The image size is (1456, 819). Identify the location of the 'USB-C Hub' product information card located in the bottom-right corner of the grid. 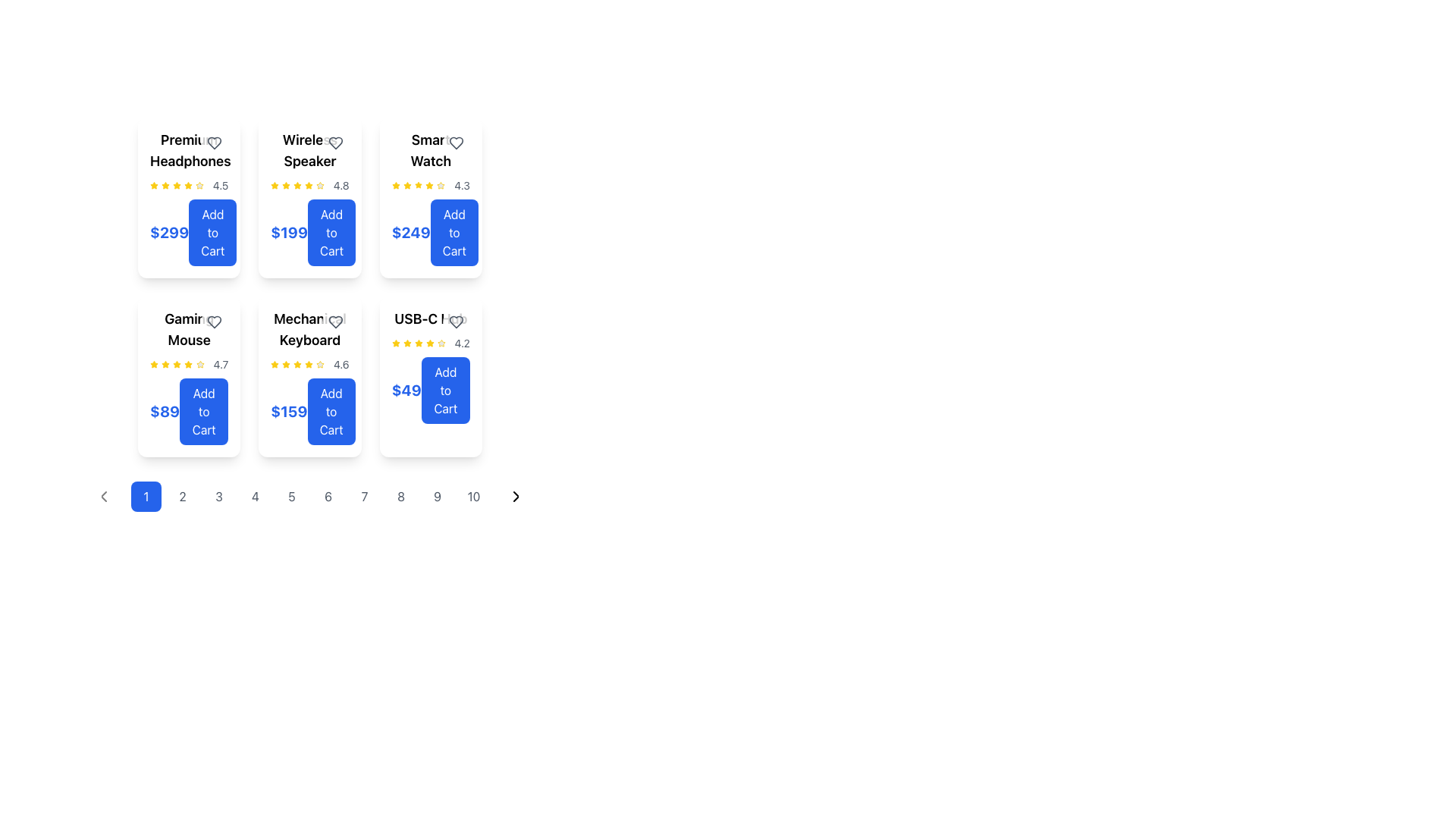
(430, 366).